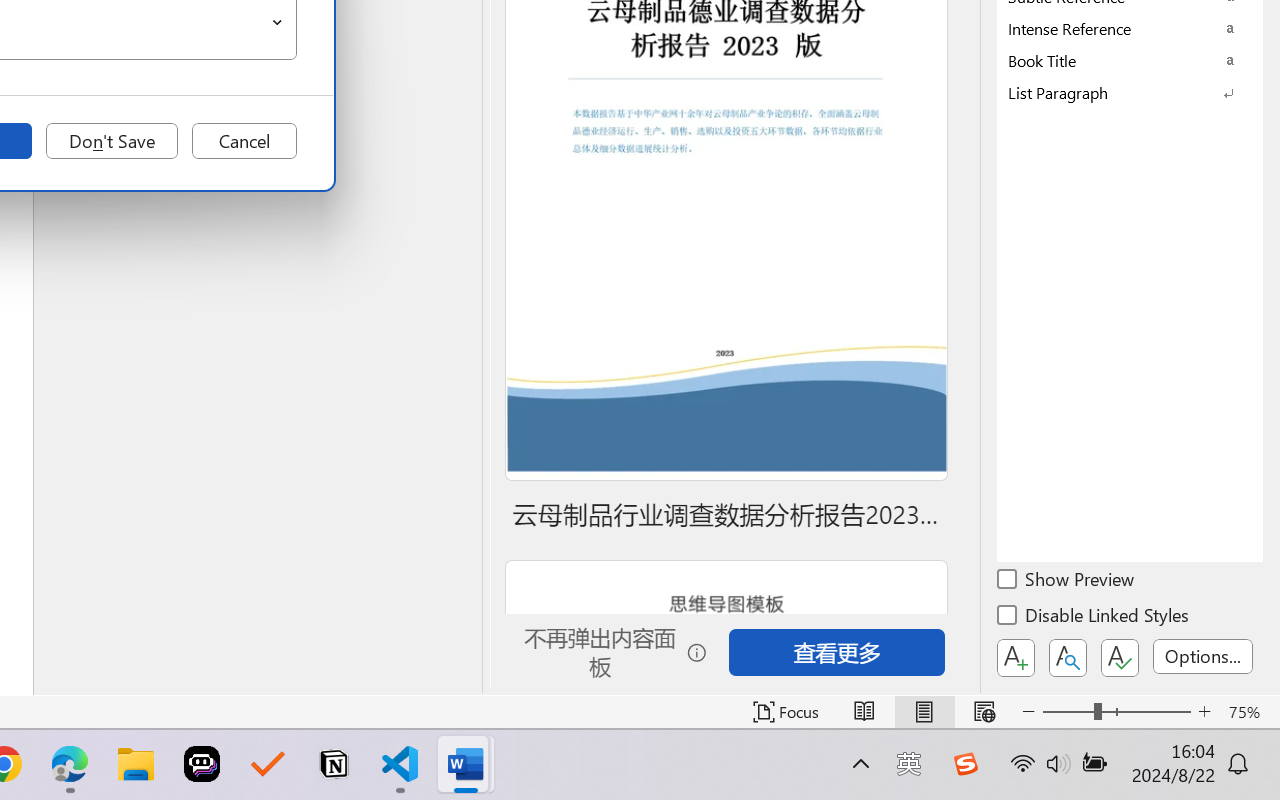 This screenshot has height=800, width=1280. Describe the element at coordinates (984, 711) in the screenshot. I see `'Web Layout'` at that location.